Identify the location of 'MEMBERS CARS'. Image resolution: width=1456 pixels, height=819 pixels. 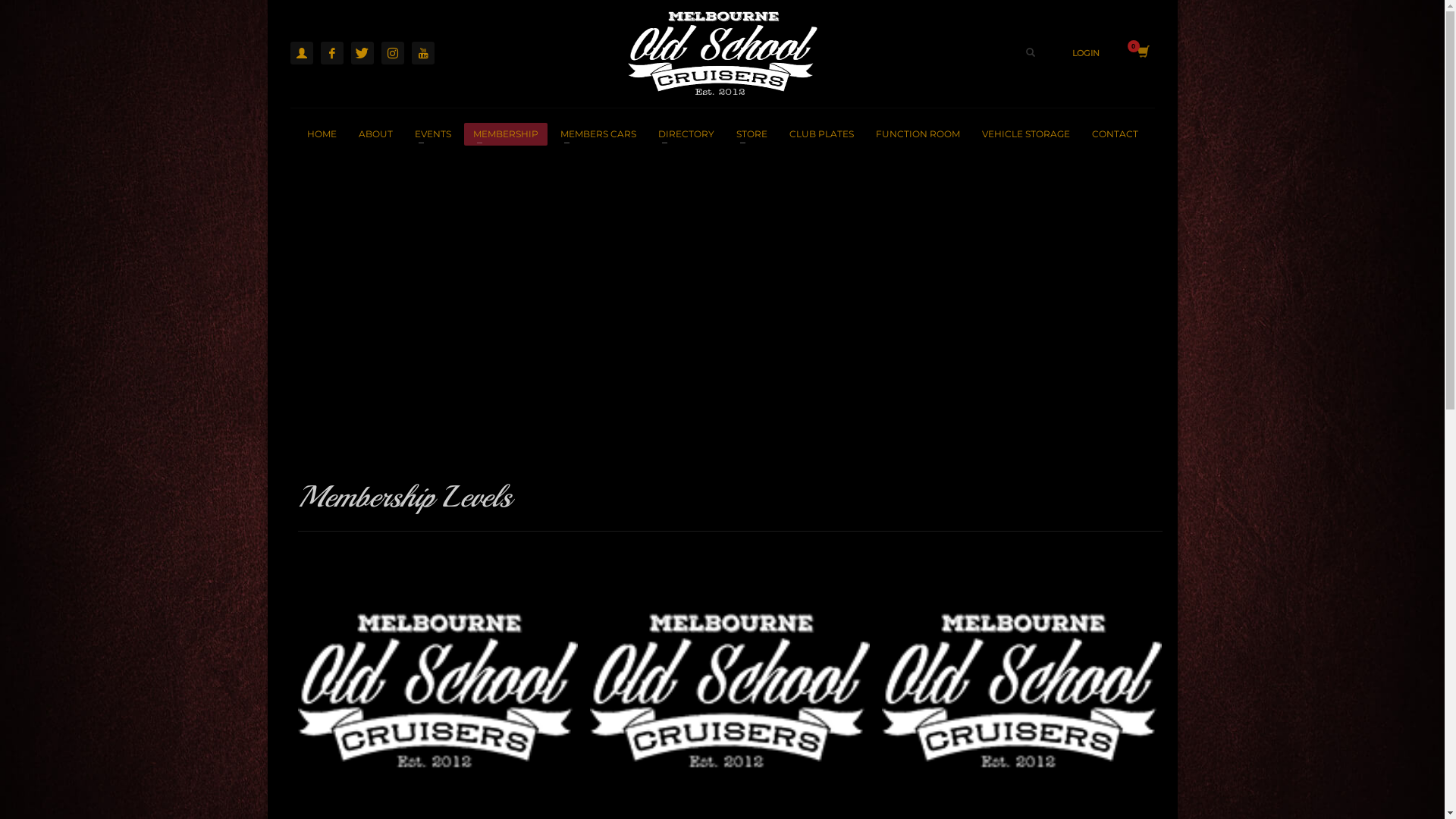
(596, 133).